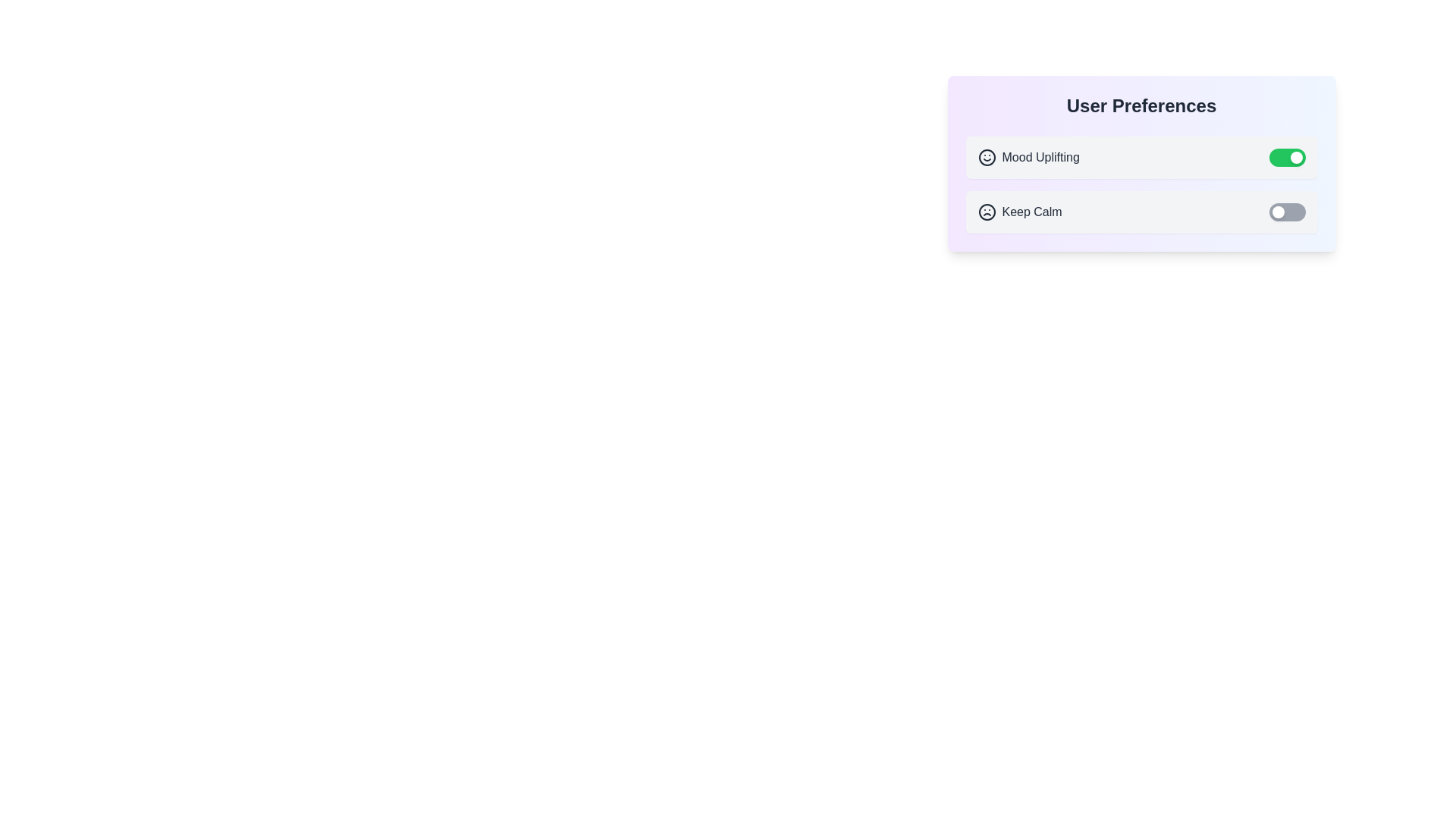 The width and height of the screenshot is (1456, 819). I want to click on the circular graphic that is part of the frowning face icon, located to the left of the 'Keep Calm' text in the User Preferences section, so click(987, 212).